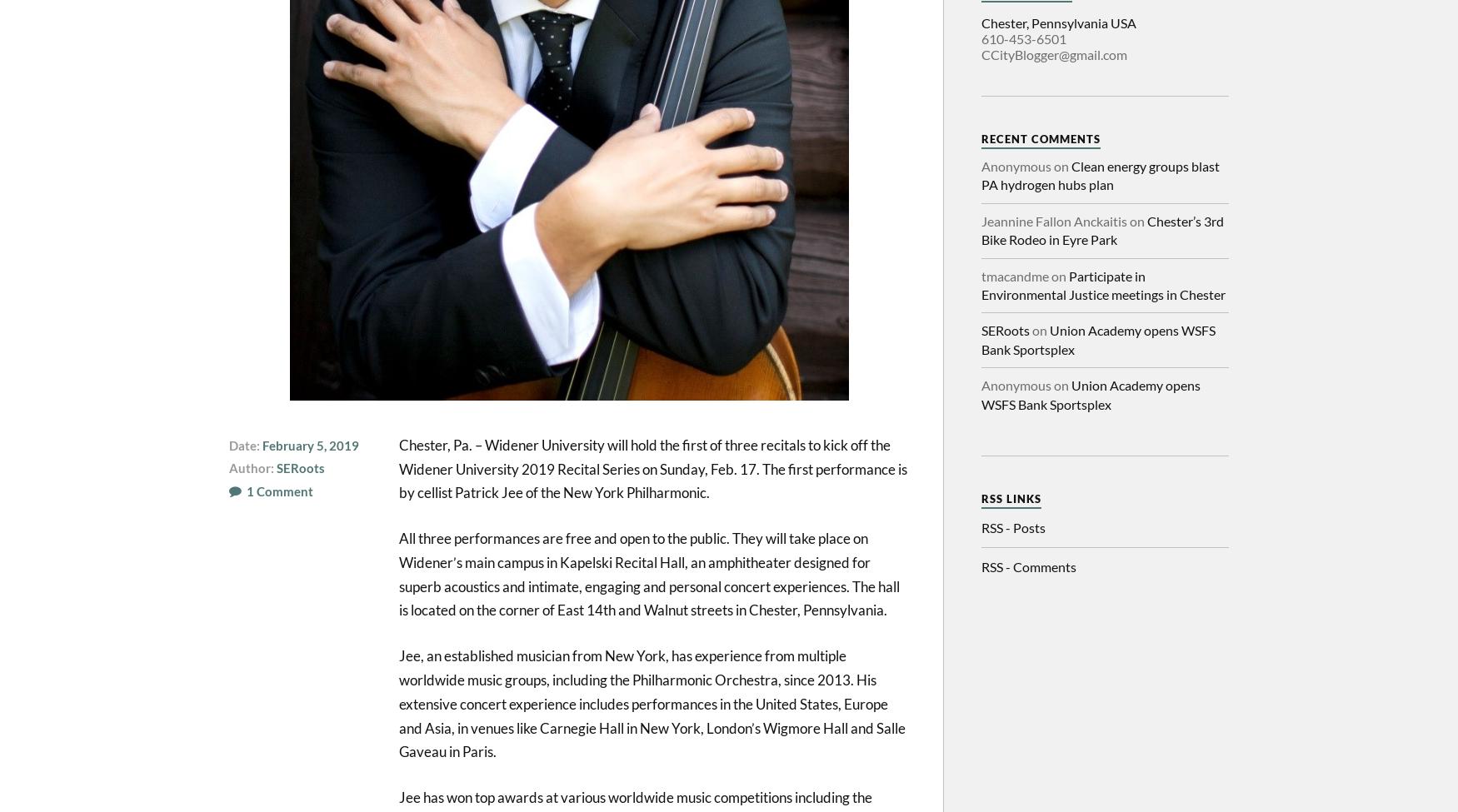 This screenshot has width=1458, height=812. I want to click on 'RSS - Comments', so click(1028, 566).